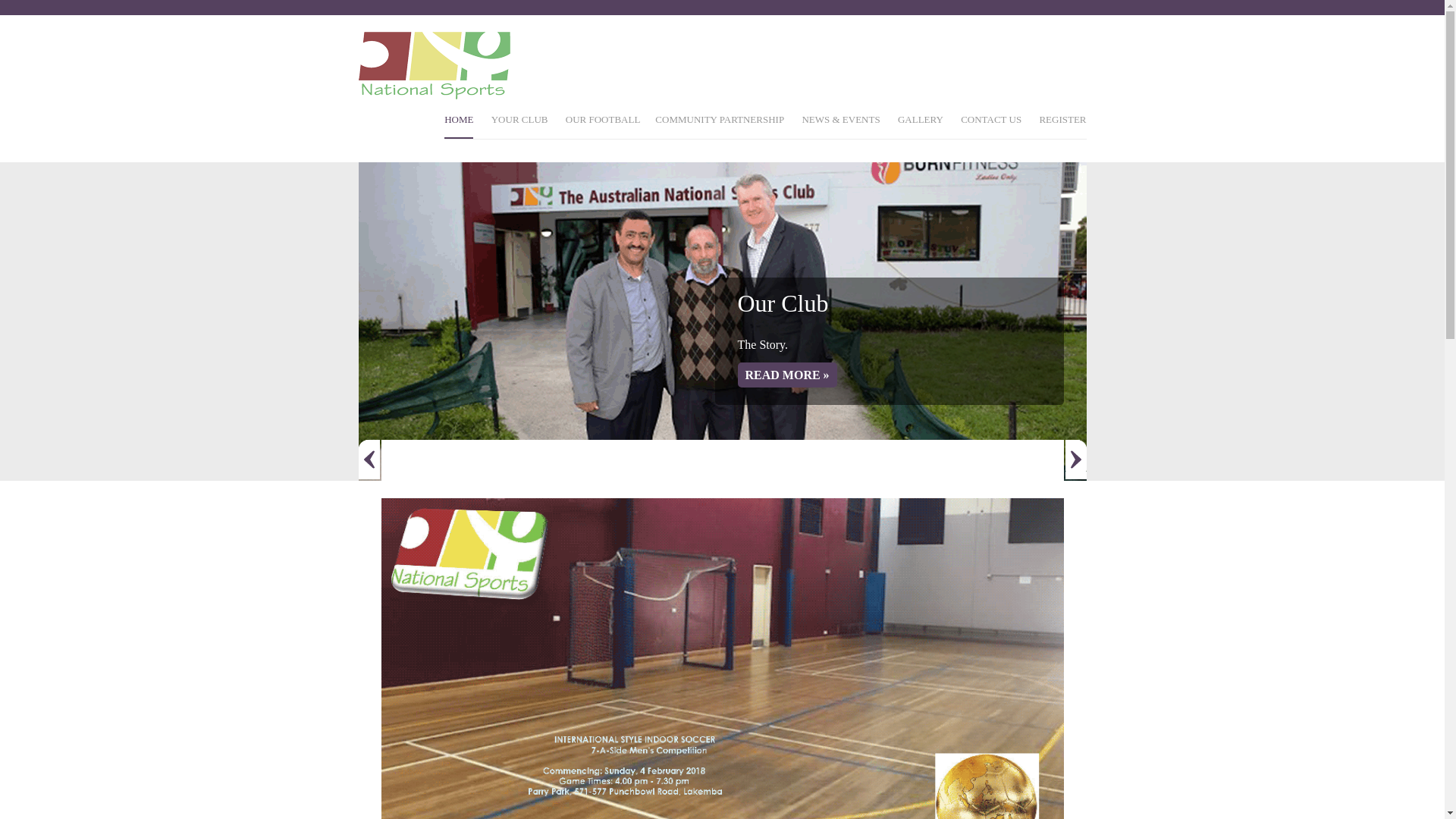  I want to click on 'Next', so click(1074, 458).